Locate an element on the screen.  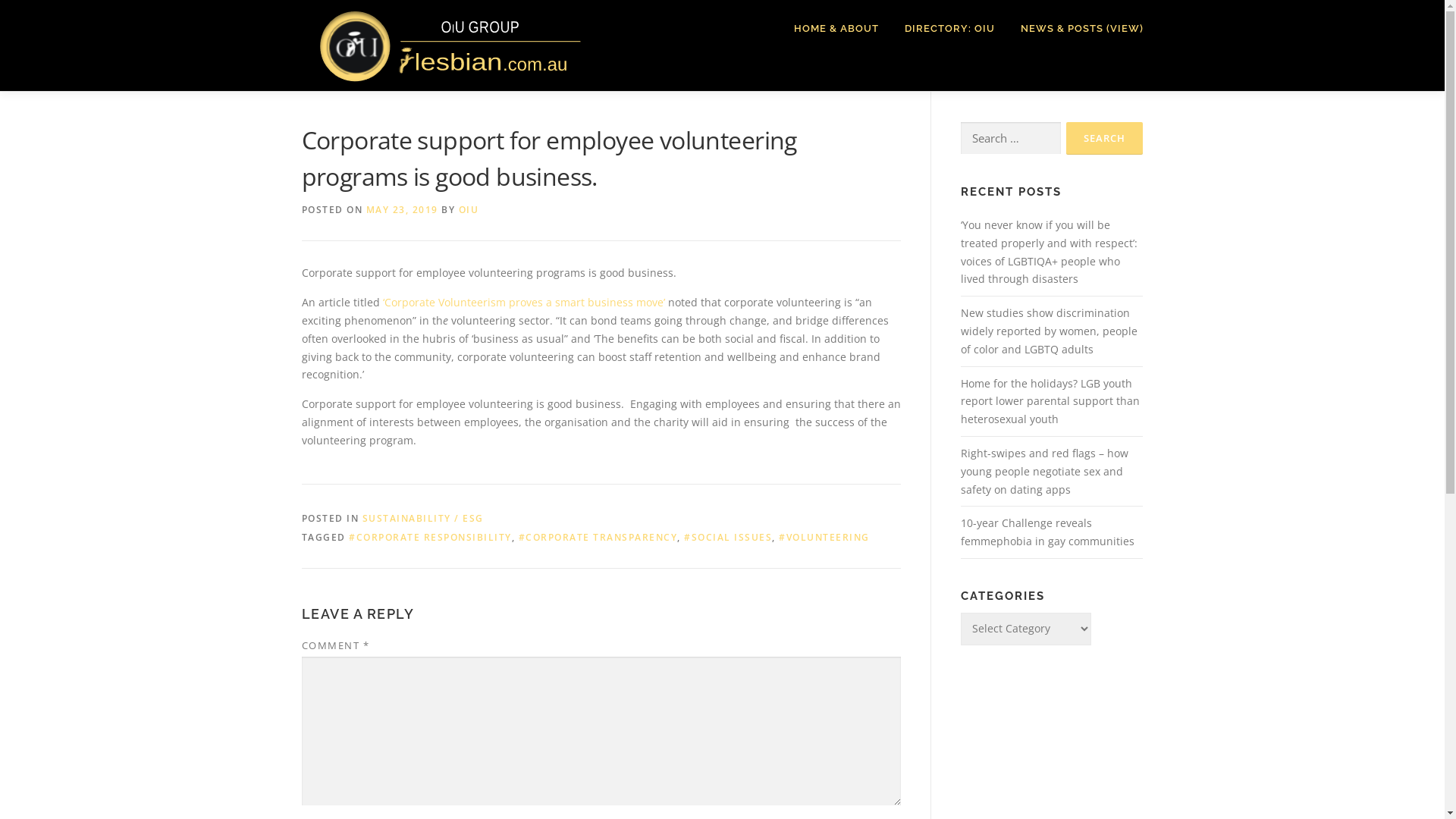
'HOME & ABOUT' is located at coordinates (836, 28).